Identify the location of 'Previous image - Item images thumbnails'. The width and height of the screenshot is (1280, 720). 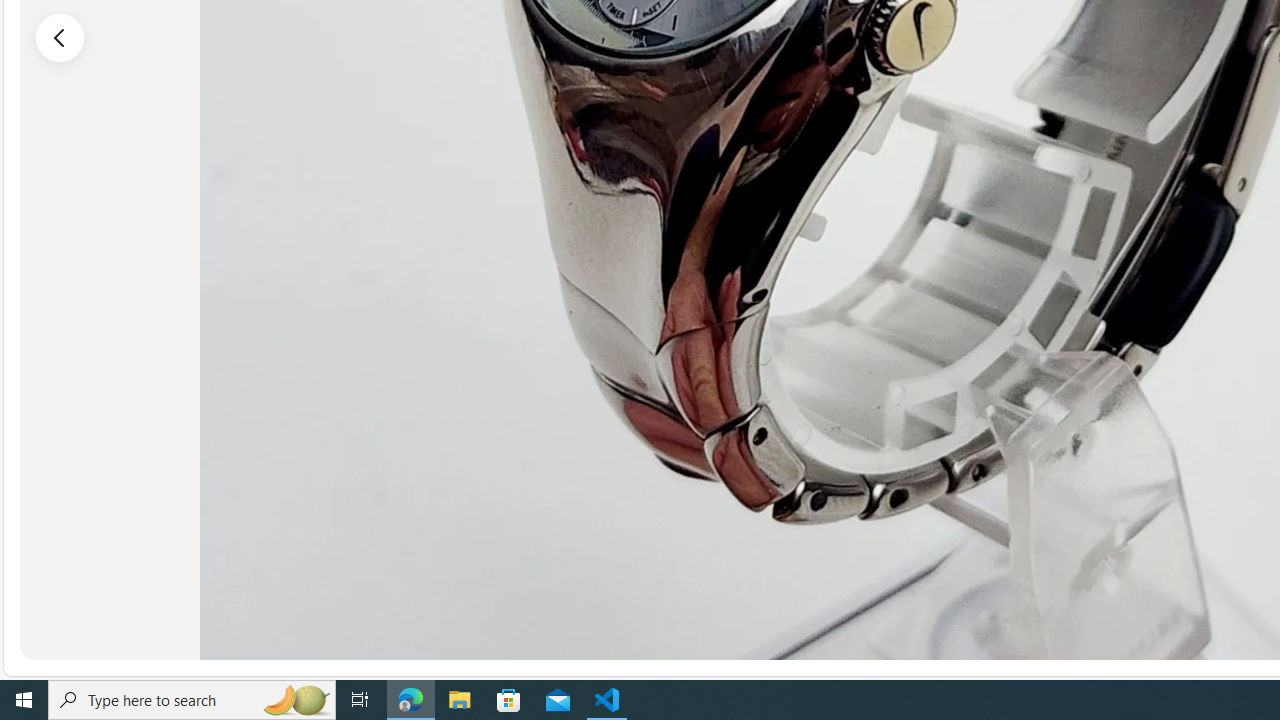
(60, 37).